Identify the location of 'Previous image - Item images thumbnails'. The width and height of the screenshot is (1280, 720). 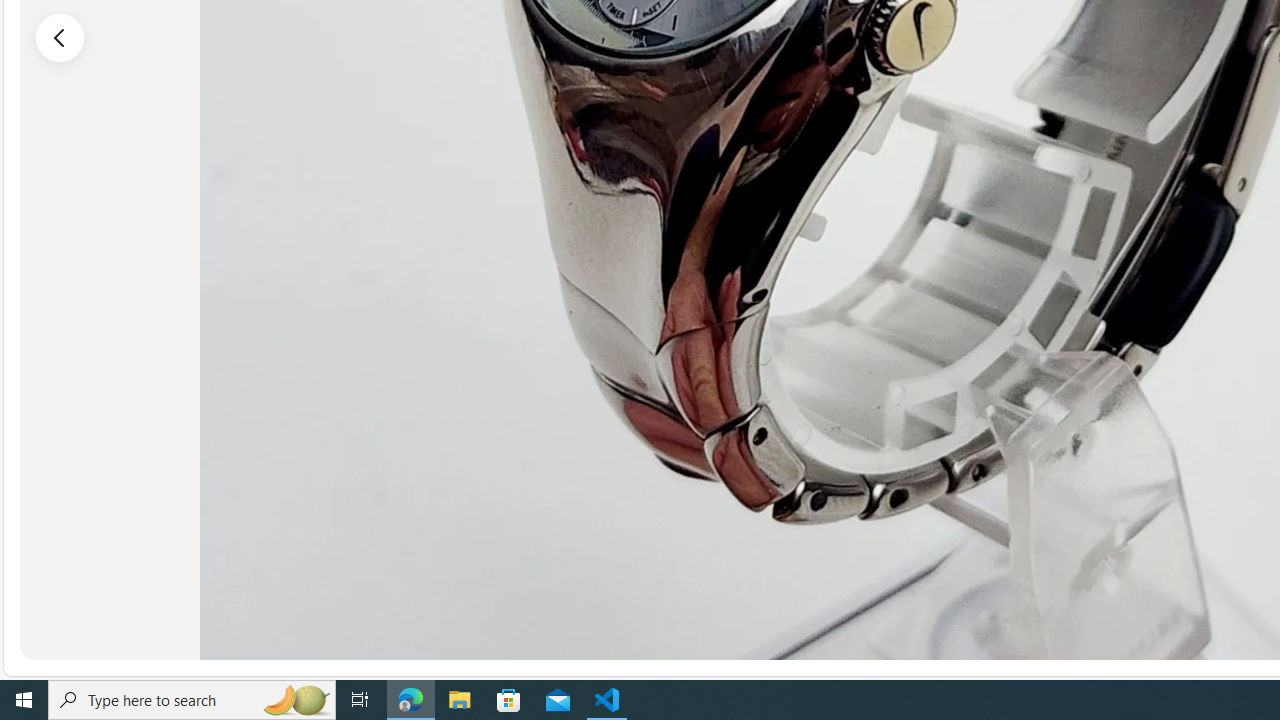
(60, 37).